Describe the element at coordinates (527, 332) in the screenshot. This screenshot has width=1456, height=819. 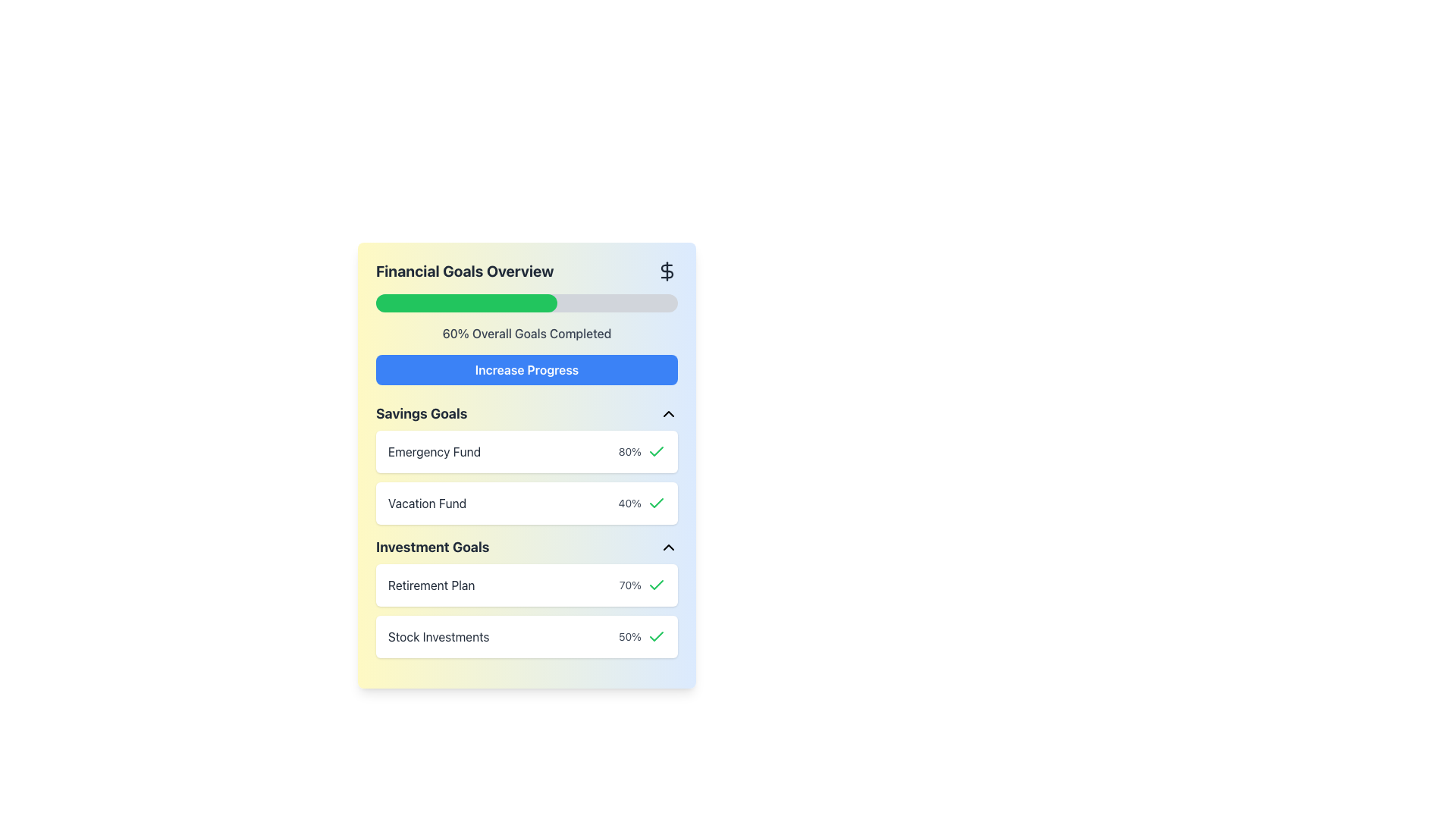
I see `Static Text Label displaying '60% Overall Goals Completed', which is centered in the 'Financial Goals Overview' section, located below the progress bar and above the 'Increase Progress' button` at that location.